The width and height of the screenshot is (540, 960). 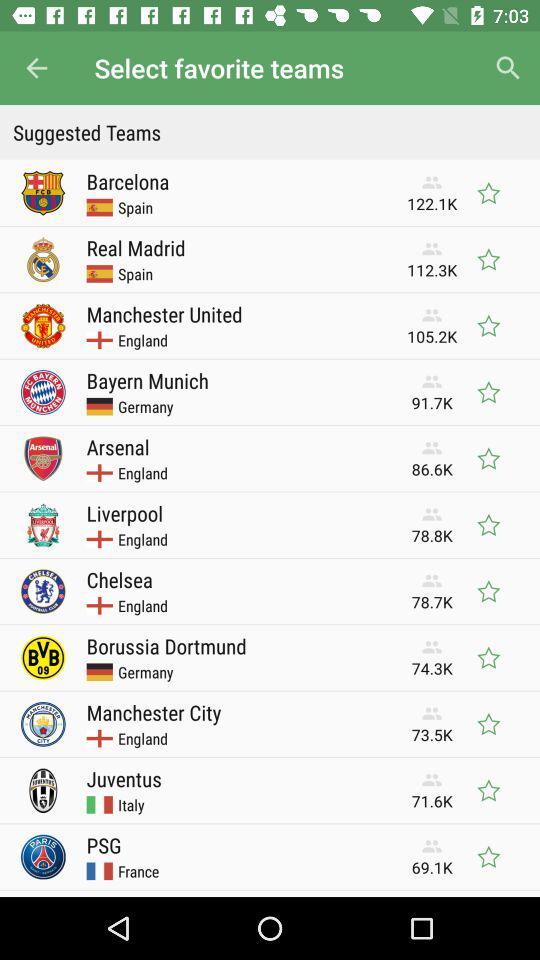 What do you see at coordinates (131, 804) in the screenshot?
I see `icon to the left of 71.6k icon` at bounding box center [131, 804].